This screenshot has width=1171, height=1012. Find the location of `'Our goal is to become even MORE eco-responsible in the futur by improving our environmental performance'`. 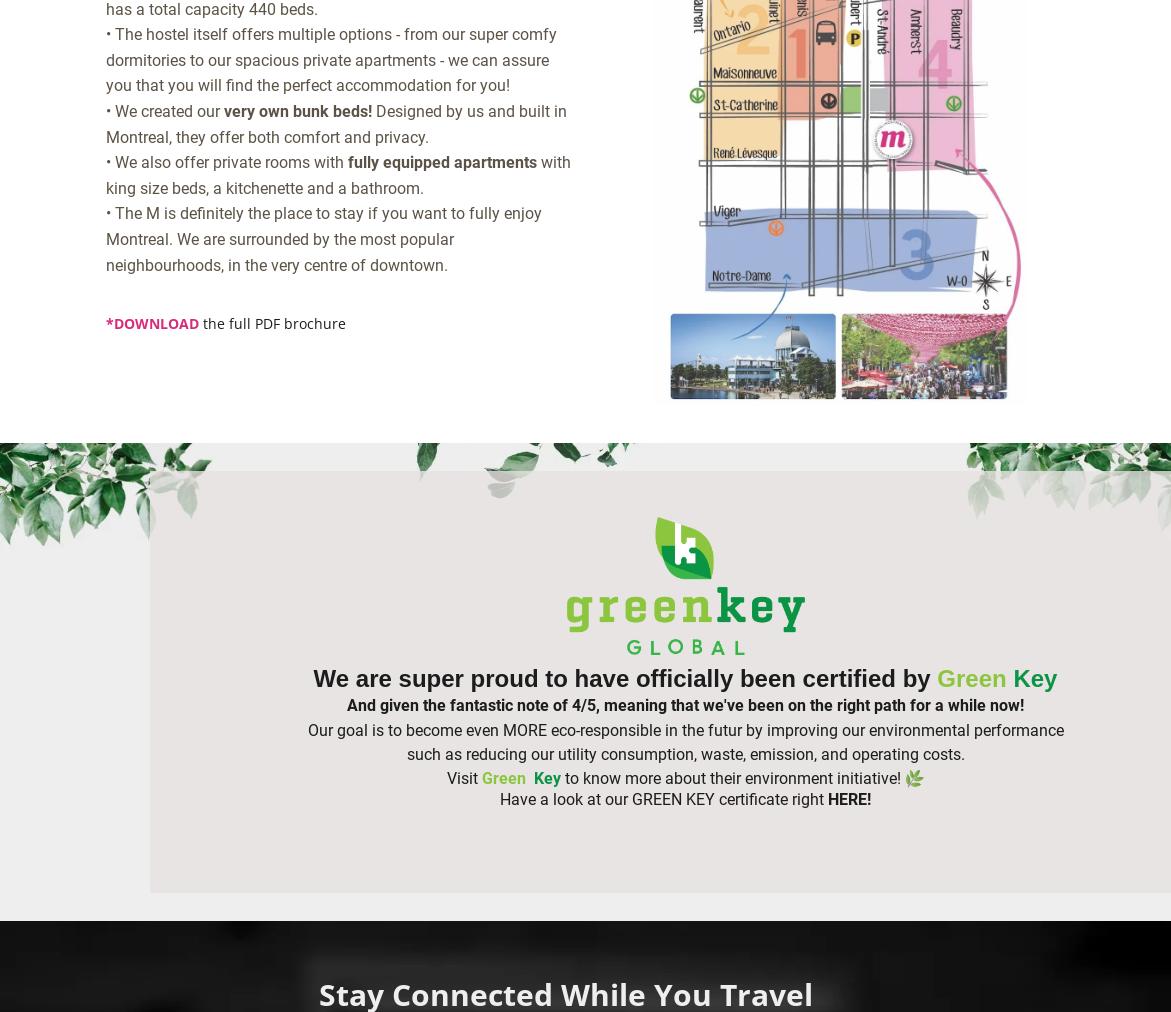

'Our goal is to become even MORE eco-responsible in the futur by improving our environmental performance' is located at coordinates (684, 729).